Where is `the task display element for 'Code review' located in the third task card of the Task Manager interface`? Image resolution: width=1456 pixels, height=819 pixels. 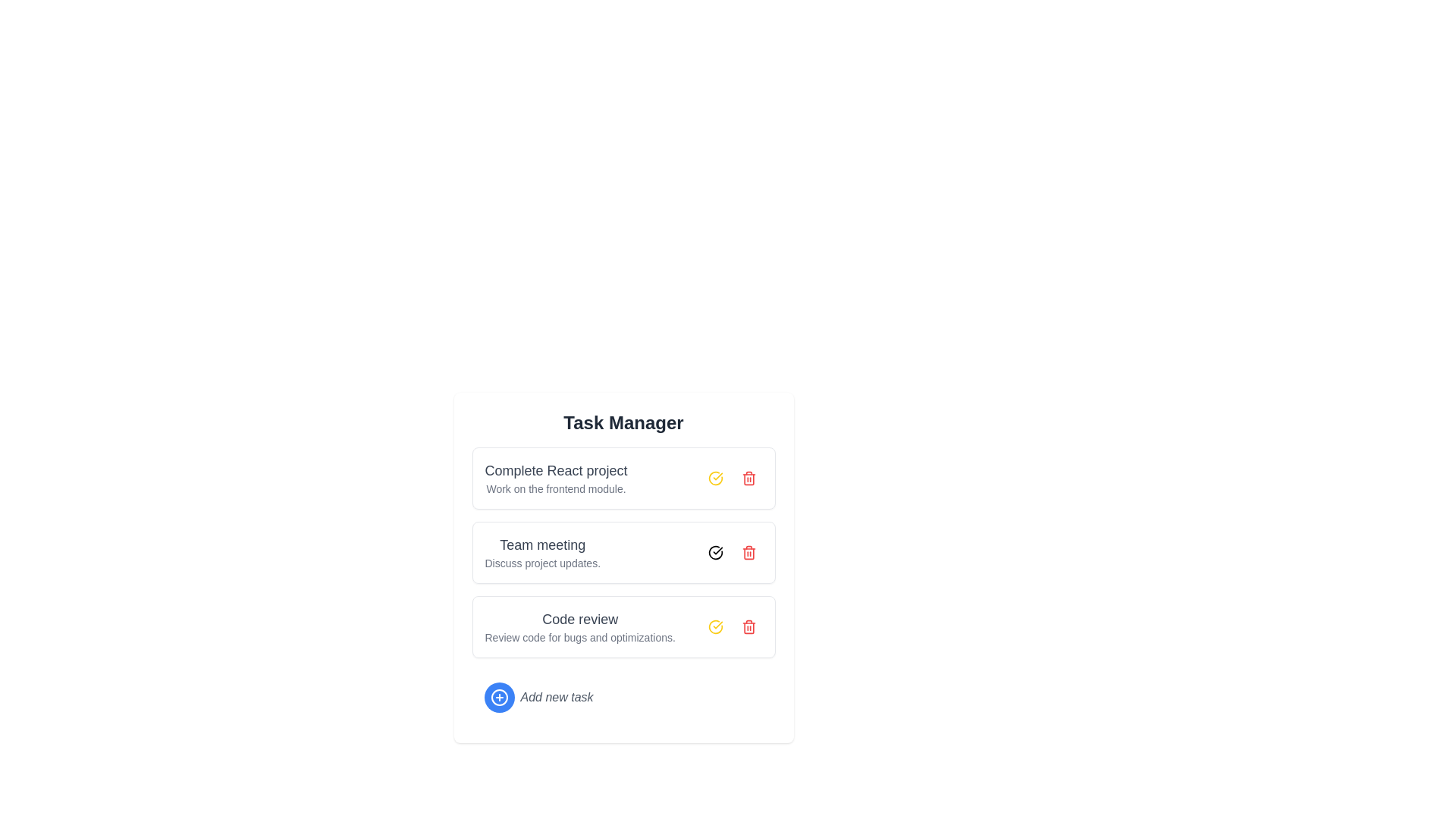 the task display element for 'Code review' located in the third task card of the Task Manager interface is located at coordinates (579, 626).